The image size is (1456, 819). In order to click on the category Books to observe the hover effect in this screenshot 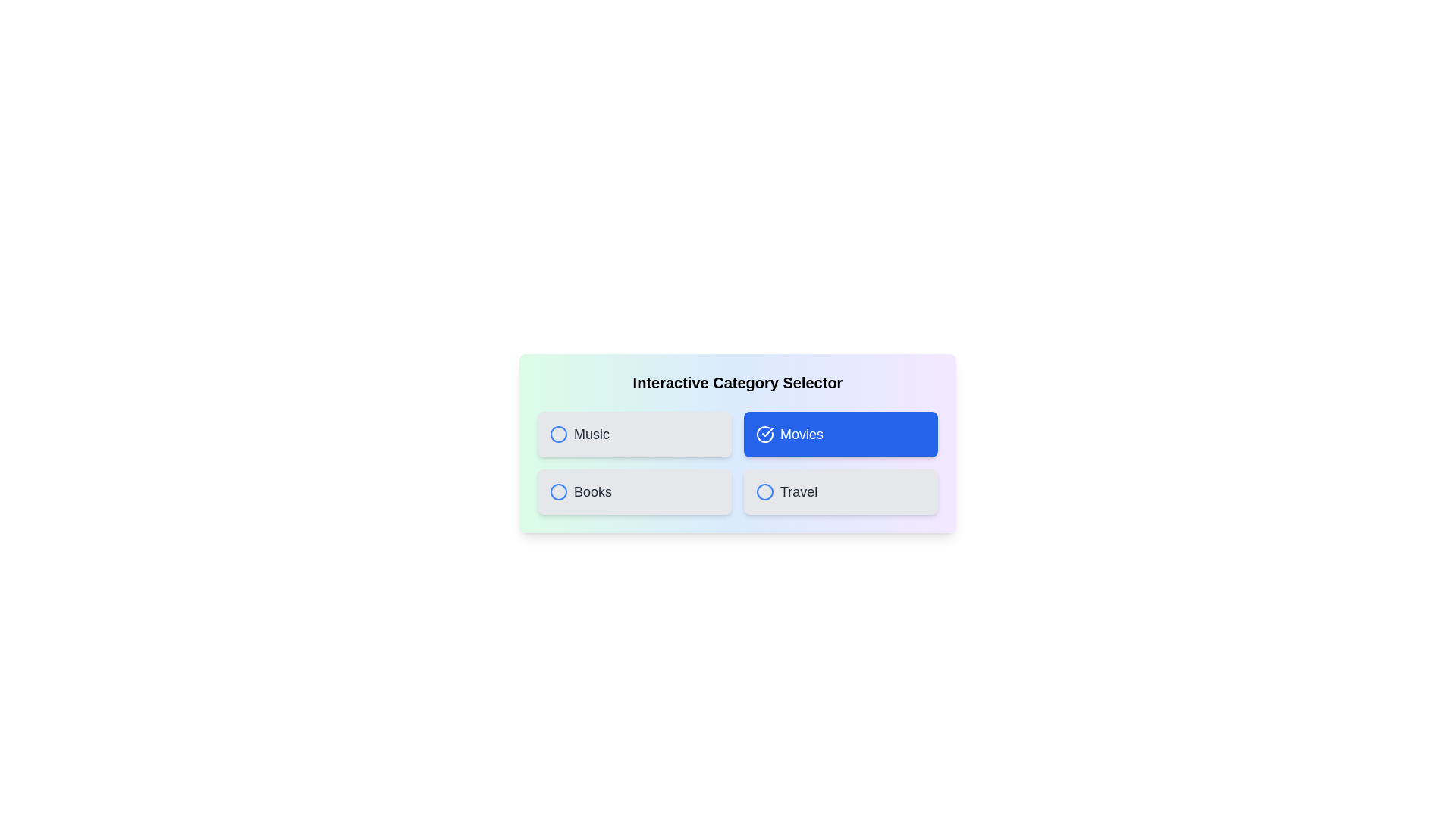, I will do `click(634, 491)`.